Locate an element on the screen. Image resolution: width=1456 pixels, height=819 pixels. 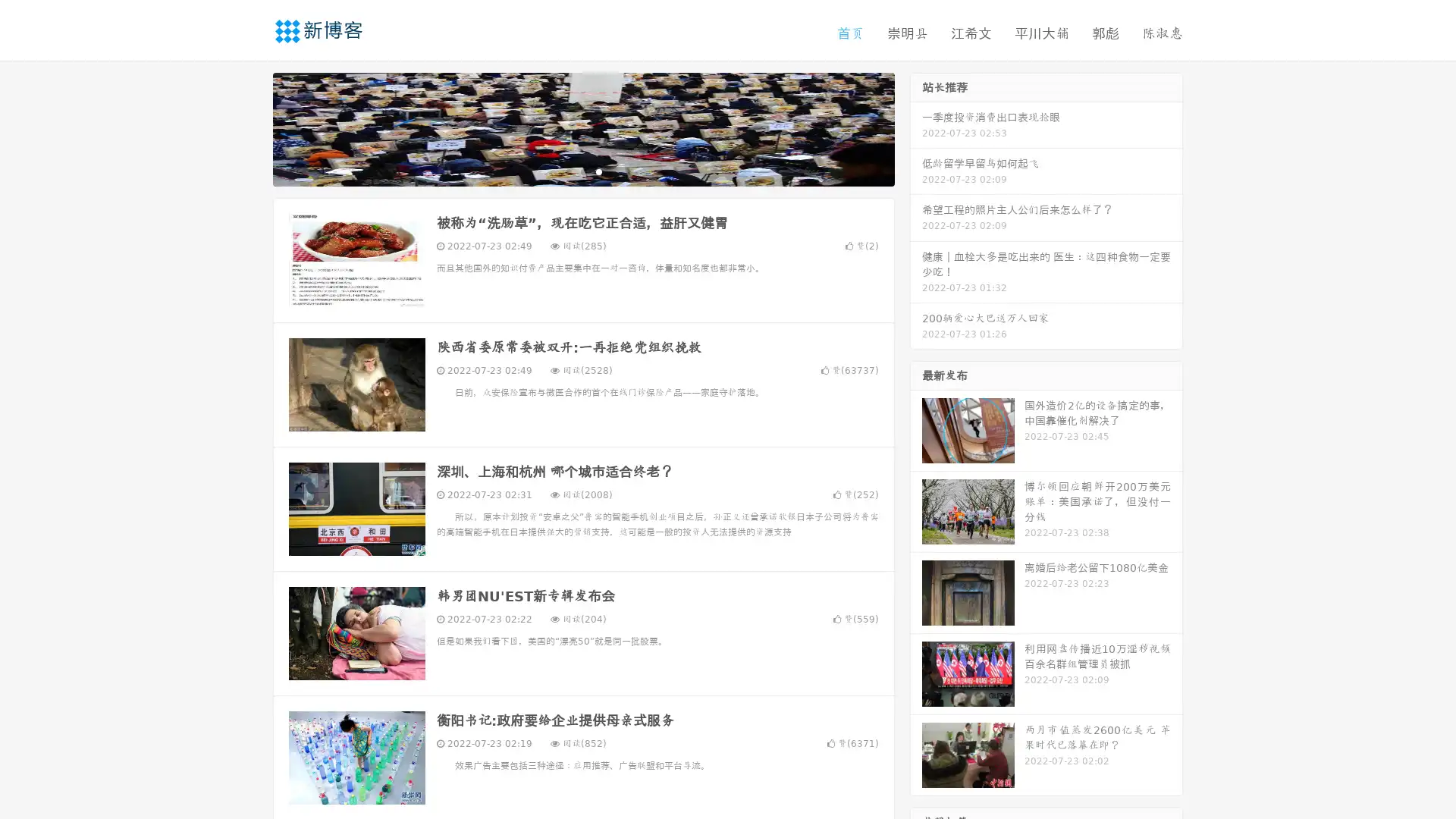
Go to slide 3 is located at coordinates (598, 171).